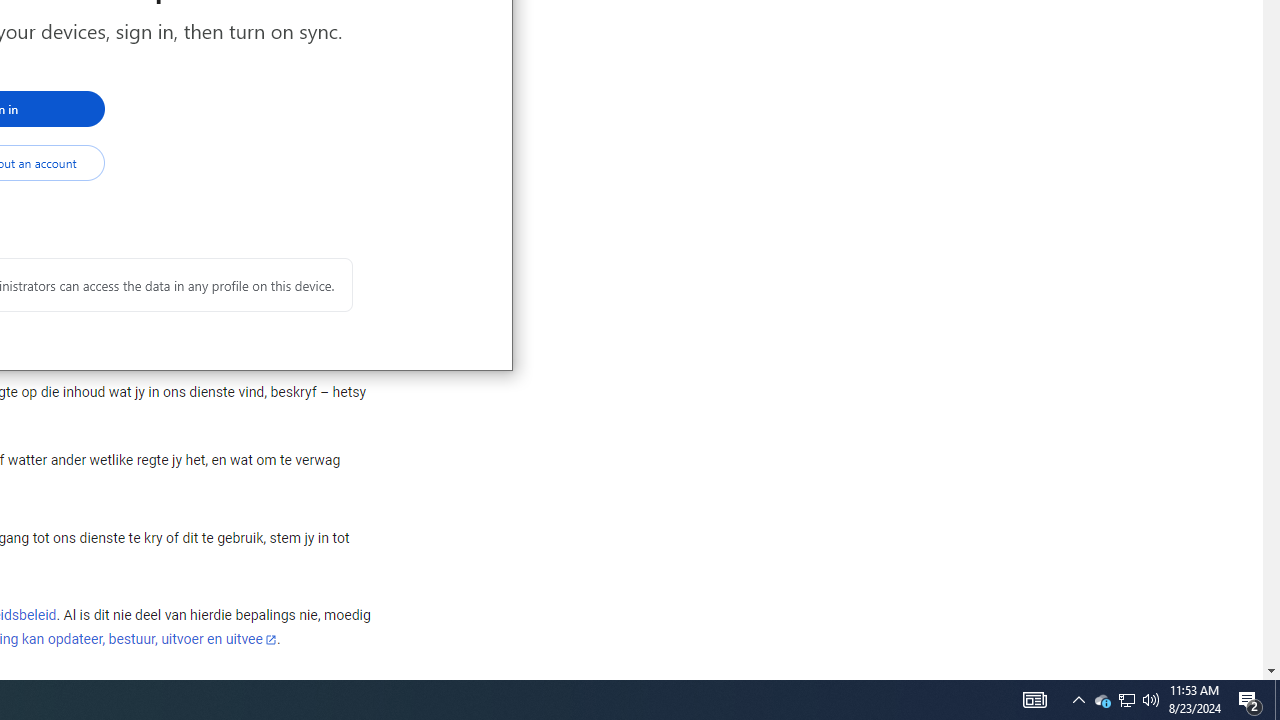 This screenshot has height=720, width=1280. What do you see at coordinates (1276, 698) in the screenshot?
I see `'Show desktop'` at bounding box center [1276, 698].